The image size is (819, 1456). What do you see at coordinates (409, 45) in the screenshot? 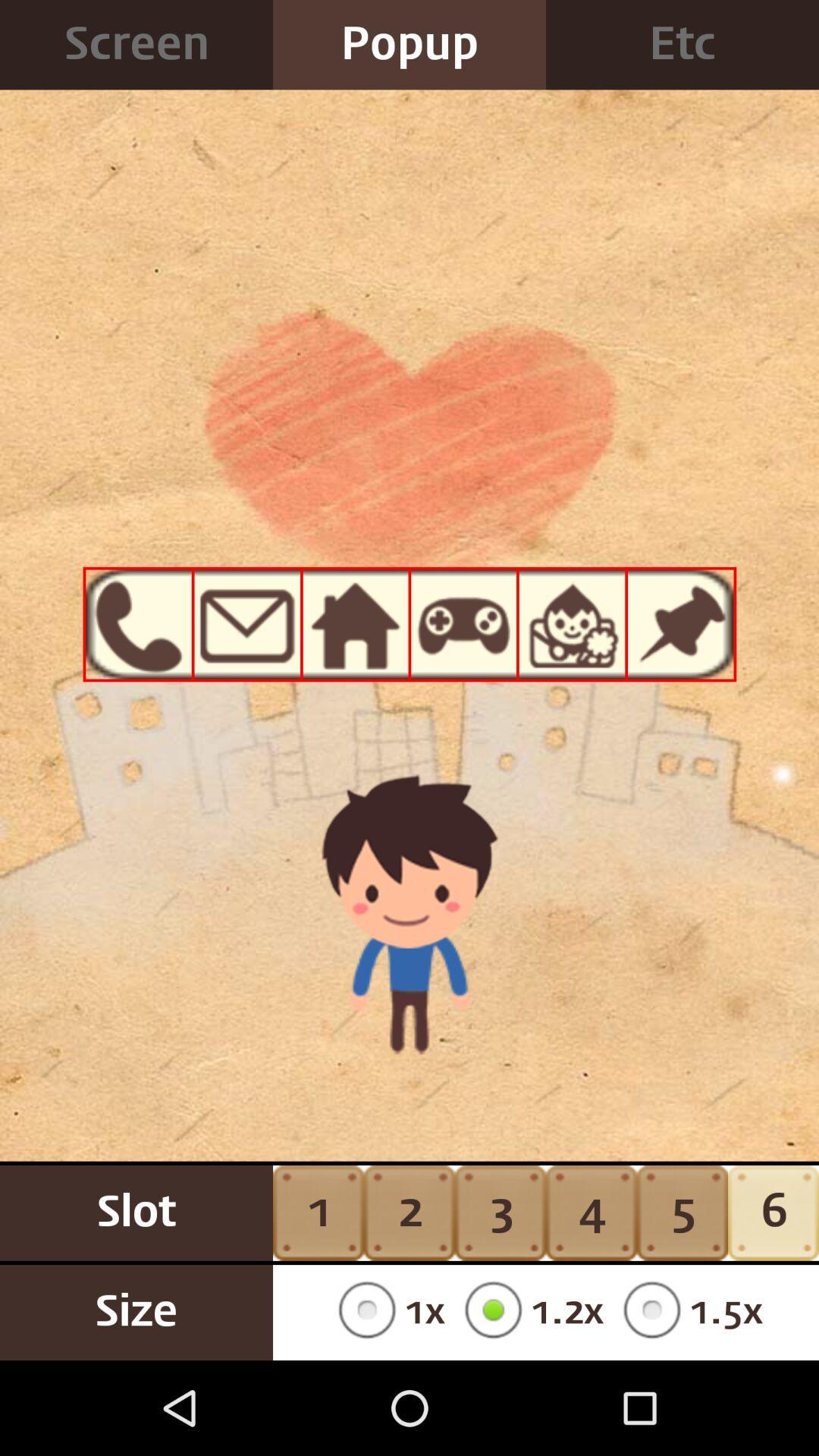
I see `the item next to the etc icon` at bounding box center [409, 45].